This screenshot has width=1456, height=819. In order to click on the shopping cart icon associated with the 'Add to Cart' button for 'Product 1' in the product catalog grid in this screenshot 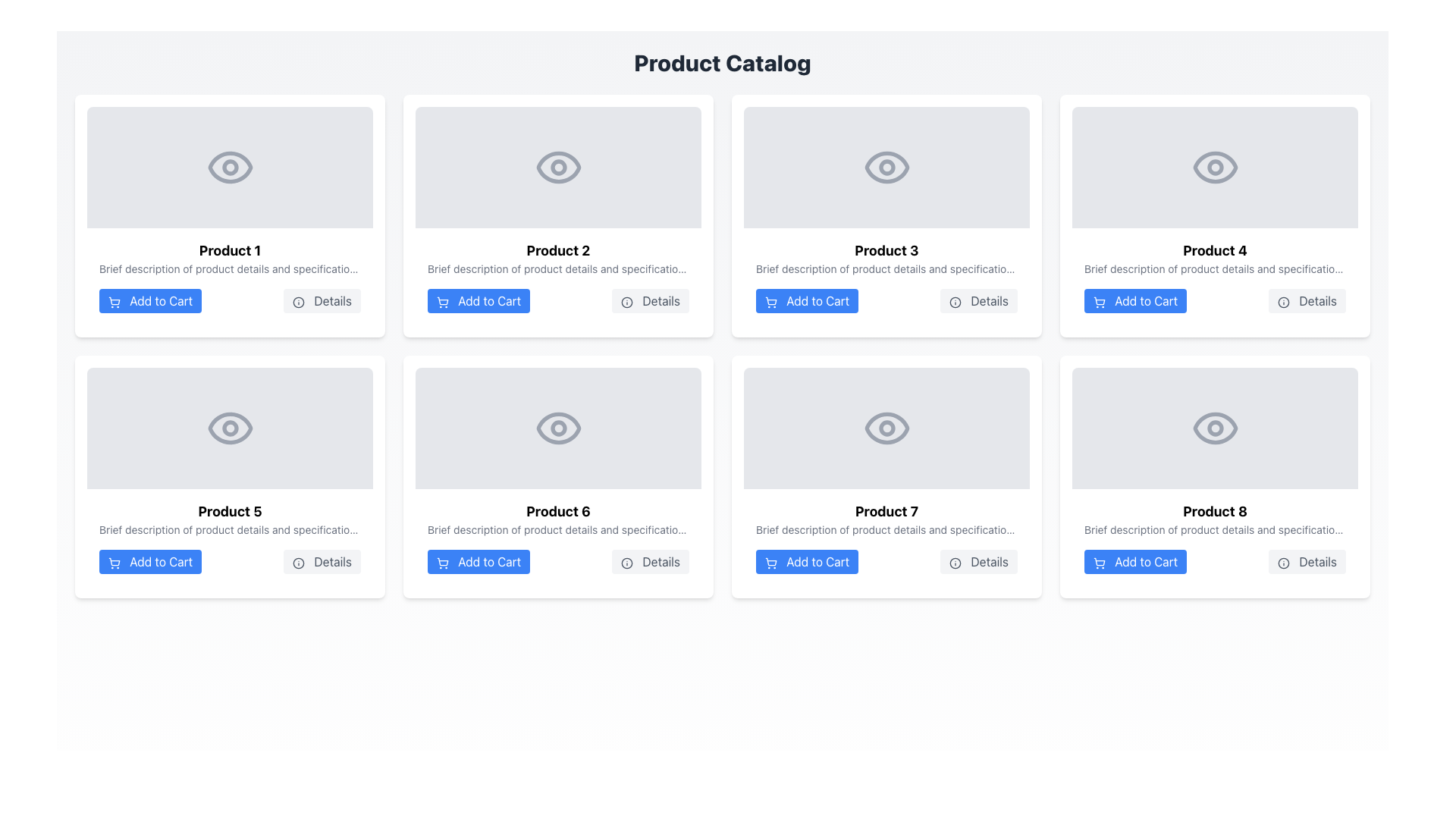, I will do `click(114, 300)`.